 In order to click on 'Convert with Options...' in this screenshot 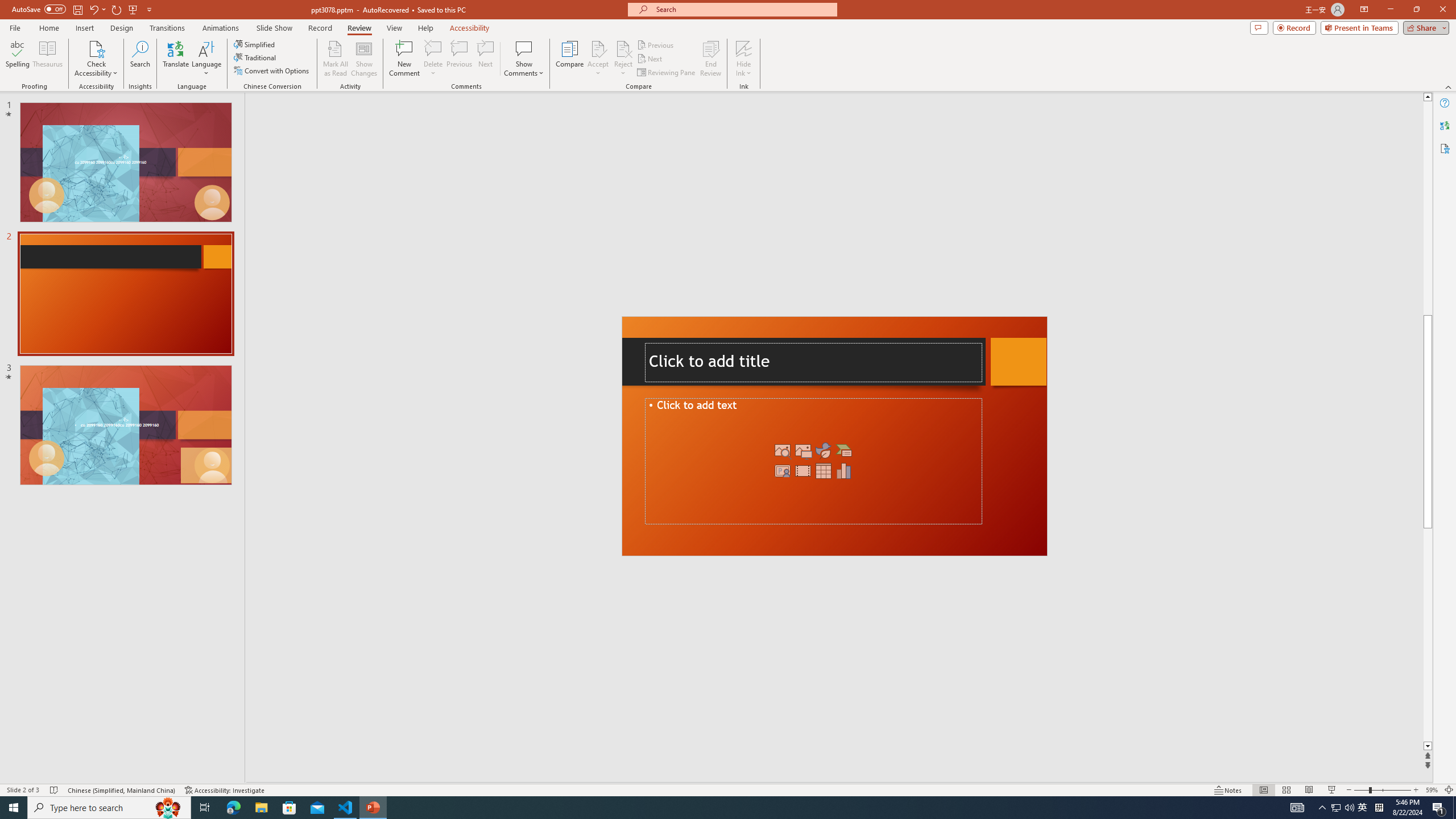, I will do `click(271, 69)`.